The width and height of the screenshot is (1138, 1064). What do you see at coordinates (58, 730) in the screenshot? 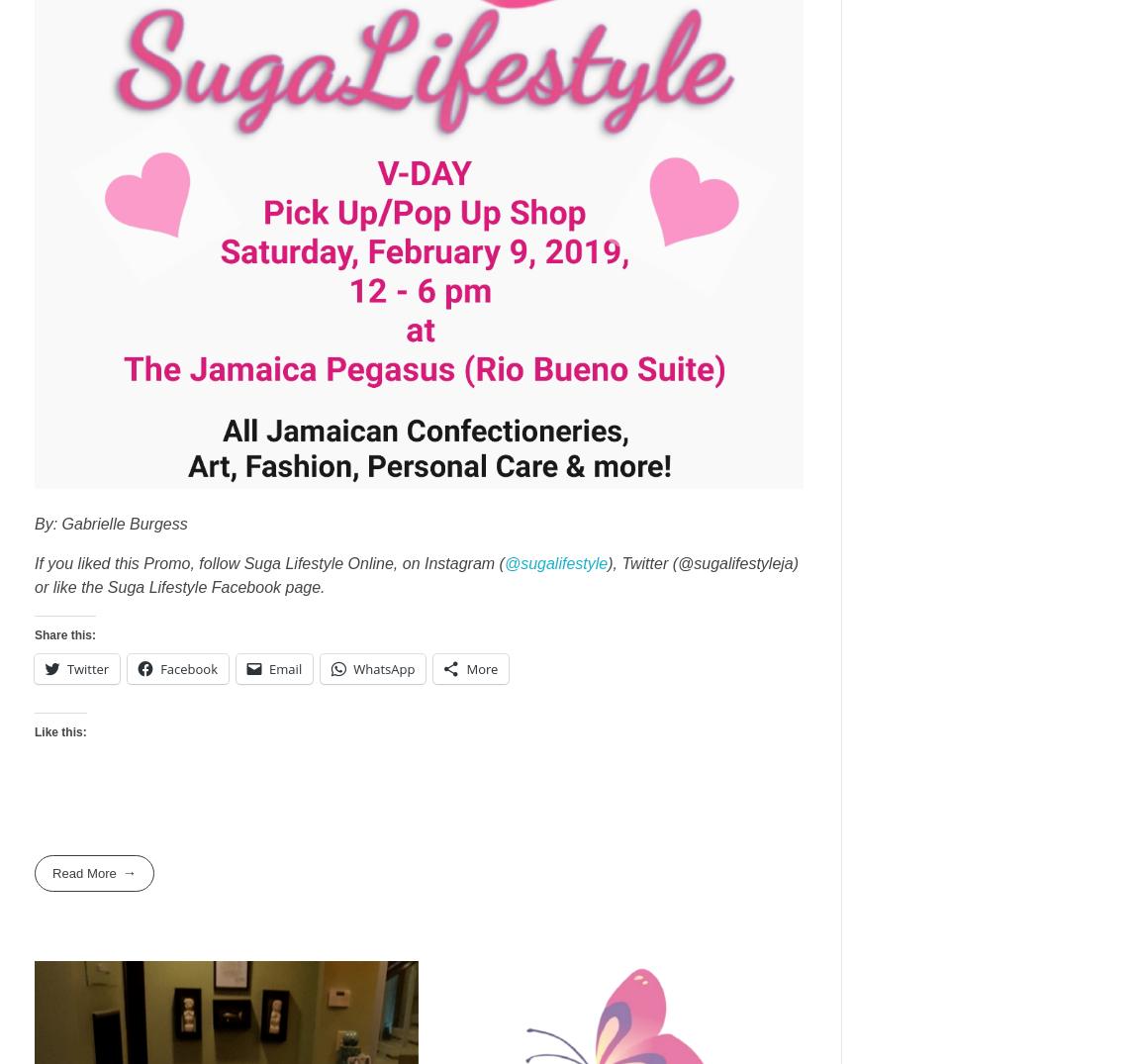
I see `'Like this:'` at bounding box center [58, 730].